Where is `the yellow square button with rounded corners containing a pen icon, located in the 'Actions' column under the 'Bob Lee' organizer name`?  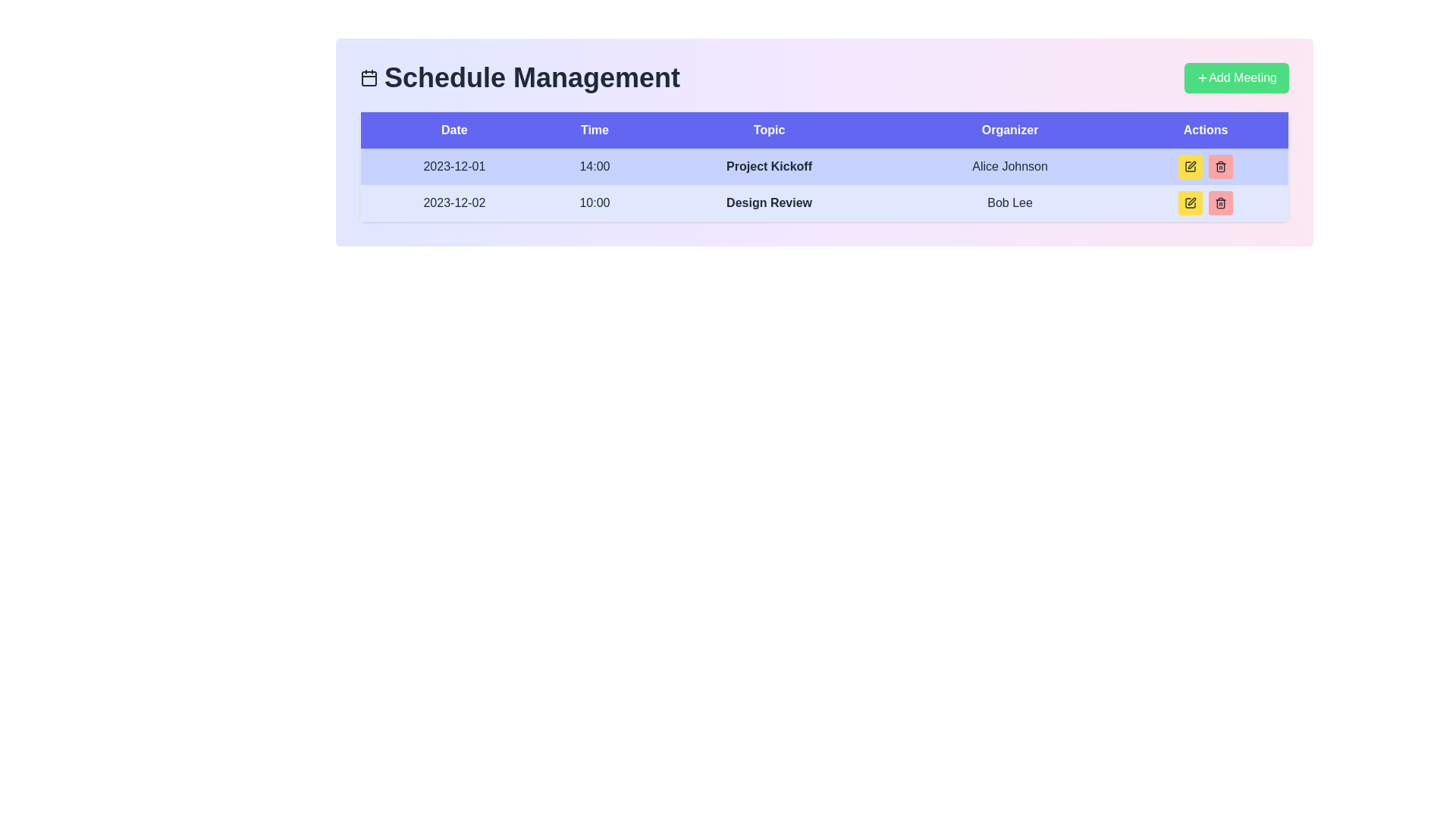 the yellow square button with rounded corners containing a pen icon, located in the 'Actions' column under the 'Bob Lee' organizer name is located at coordinates (1189, 202).